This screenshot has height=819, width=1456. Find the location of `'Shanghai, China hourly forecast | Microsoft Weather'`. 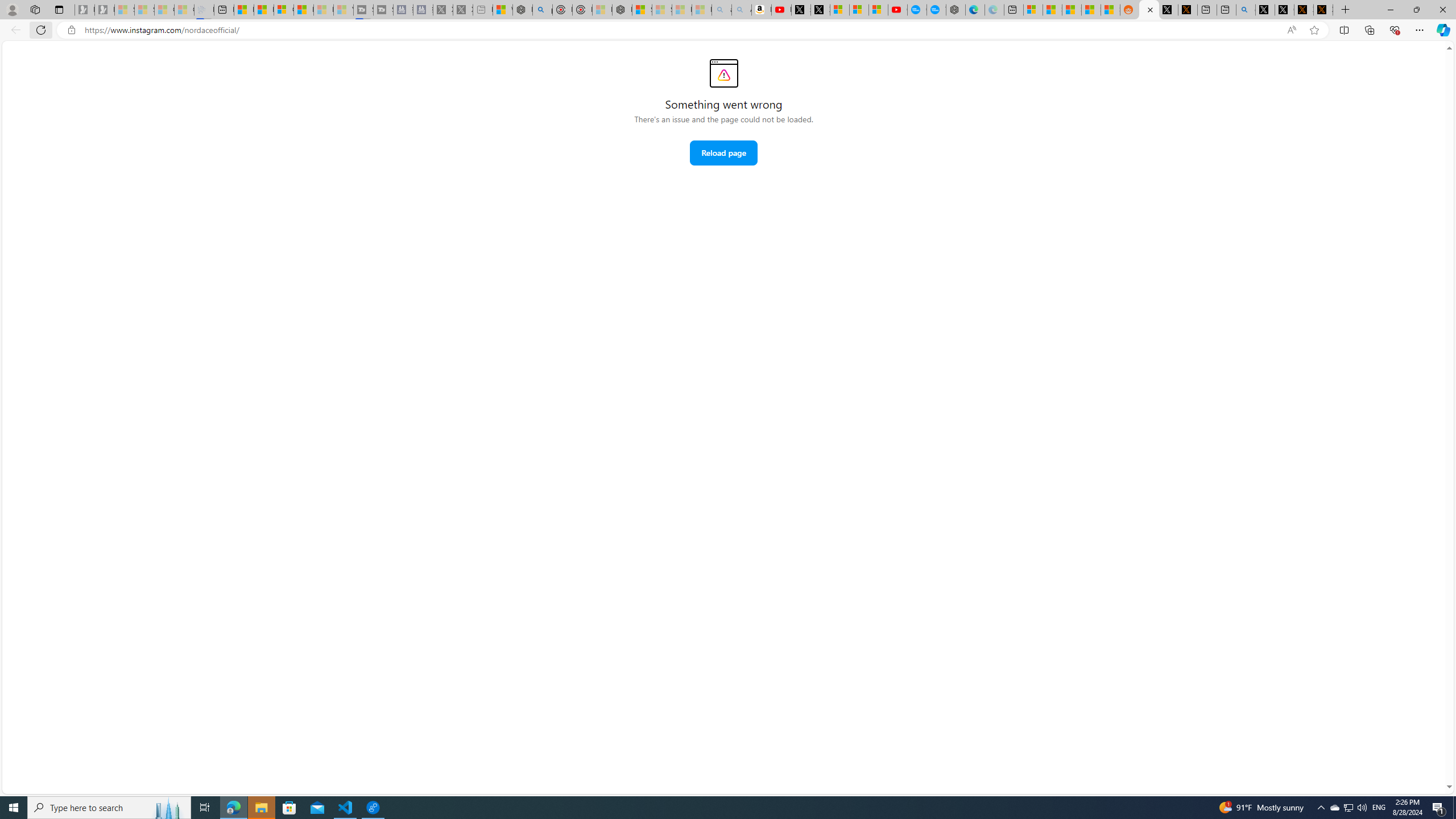

'Shanghai, China hourly forecast | Microsoft Weather' is located at coordinates (1071, 9).